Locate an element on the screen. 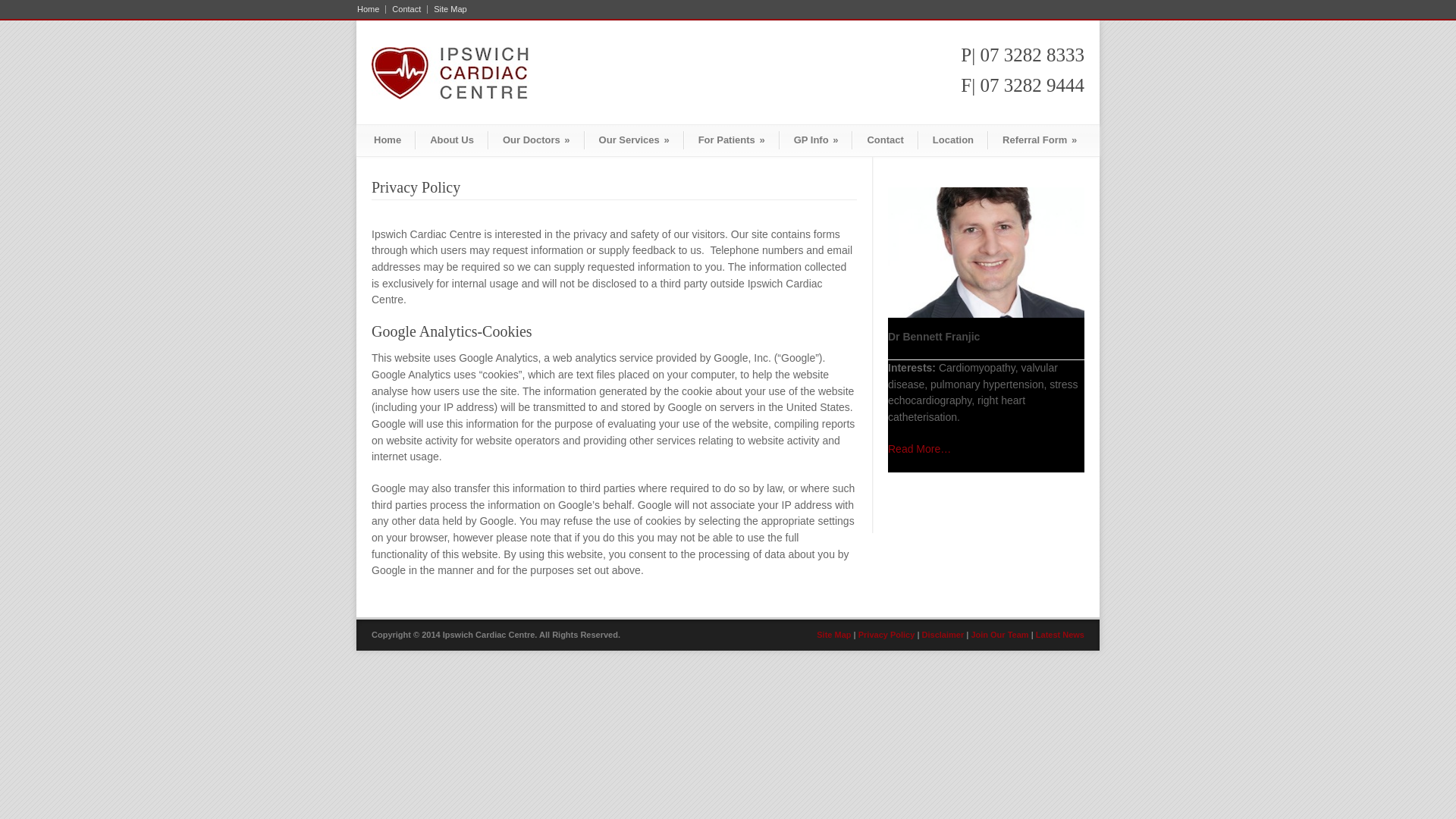  'Location' is located at coordinates (952, 140).